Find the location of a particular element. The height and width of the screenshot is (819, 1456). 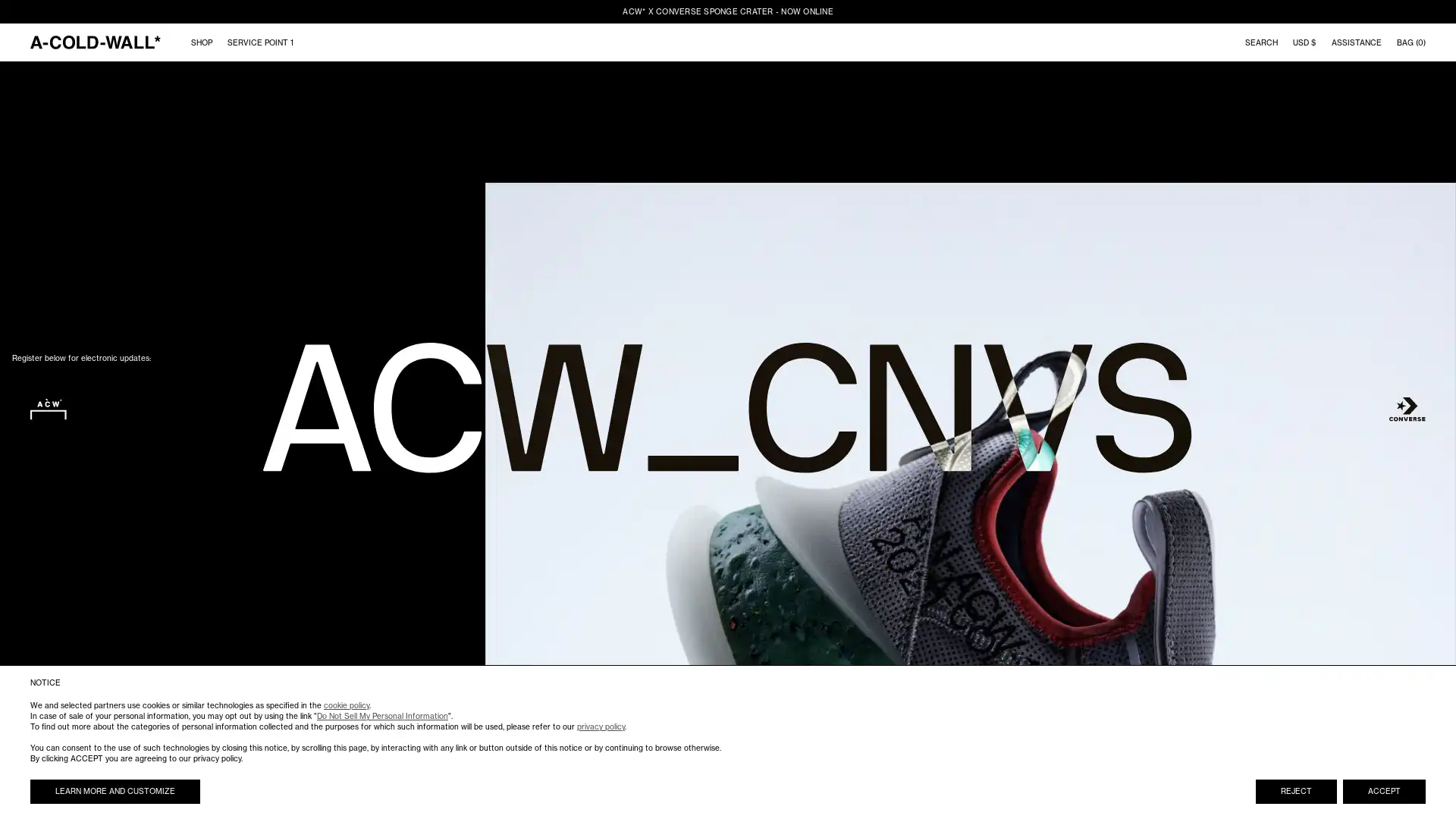

ACCEPT is located at coordinates (1384, 791).